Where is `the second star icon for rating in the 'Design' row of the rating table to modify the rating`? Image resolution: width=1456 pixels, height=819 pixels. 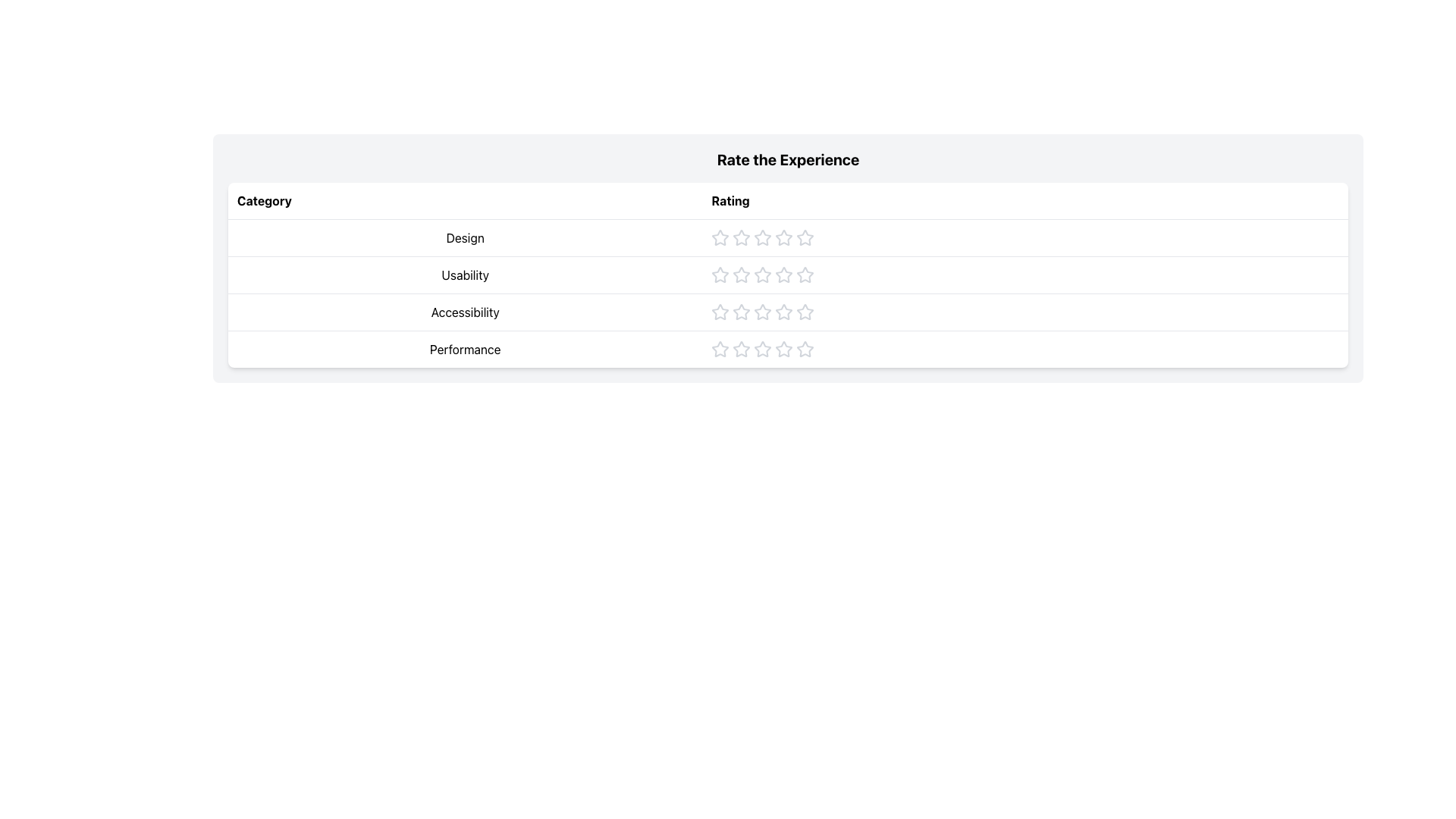 the second star icon for rating in the 'Design' row of the rating table to modify the rating is located at coordinates (763, 237).